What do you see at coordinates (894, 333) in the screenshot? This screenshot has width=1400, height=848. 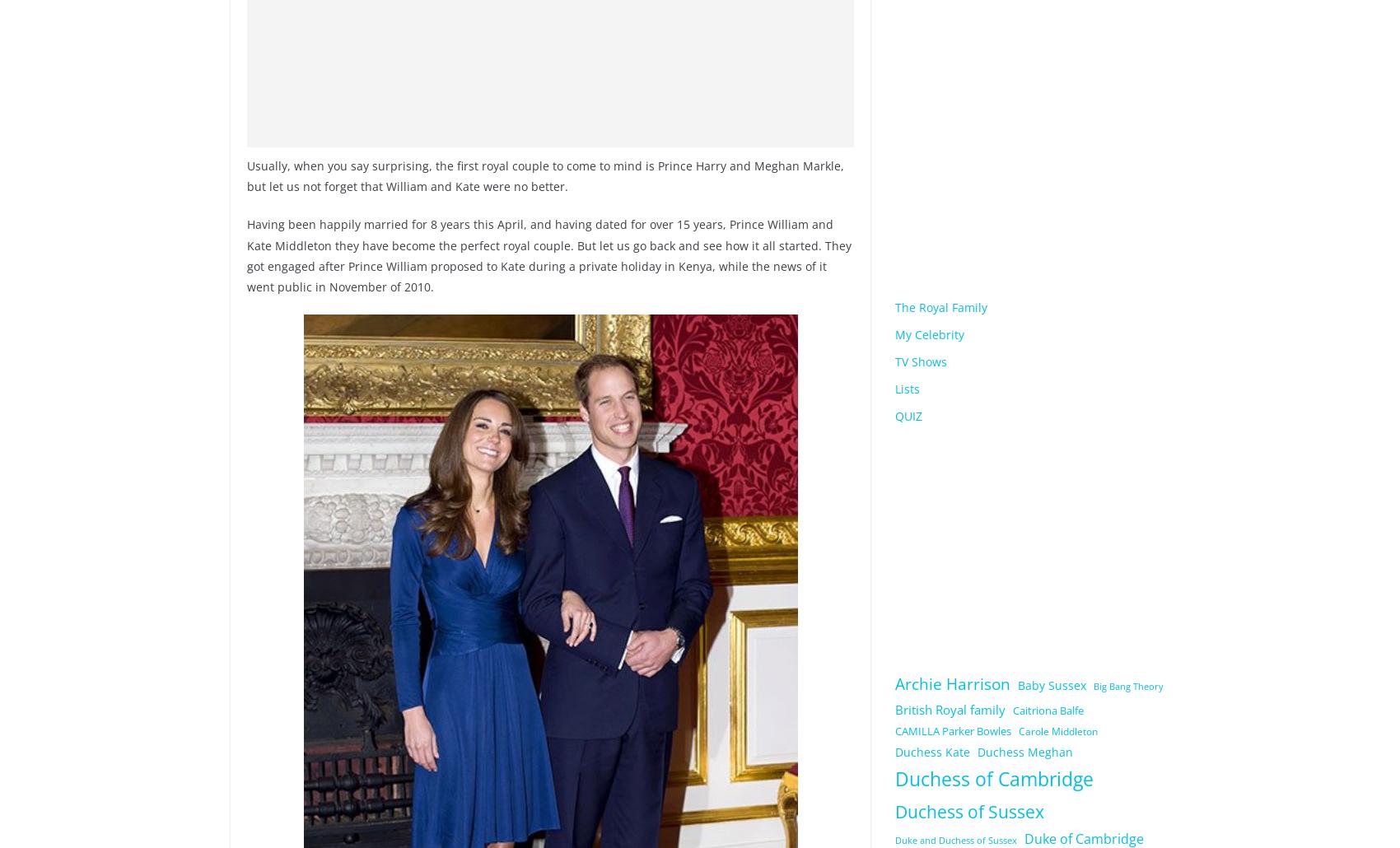 I see `'My Celebrity'` at bounding box center [894, 333].